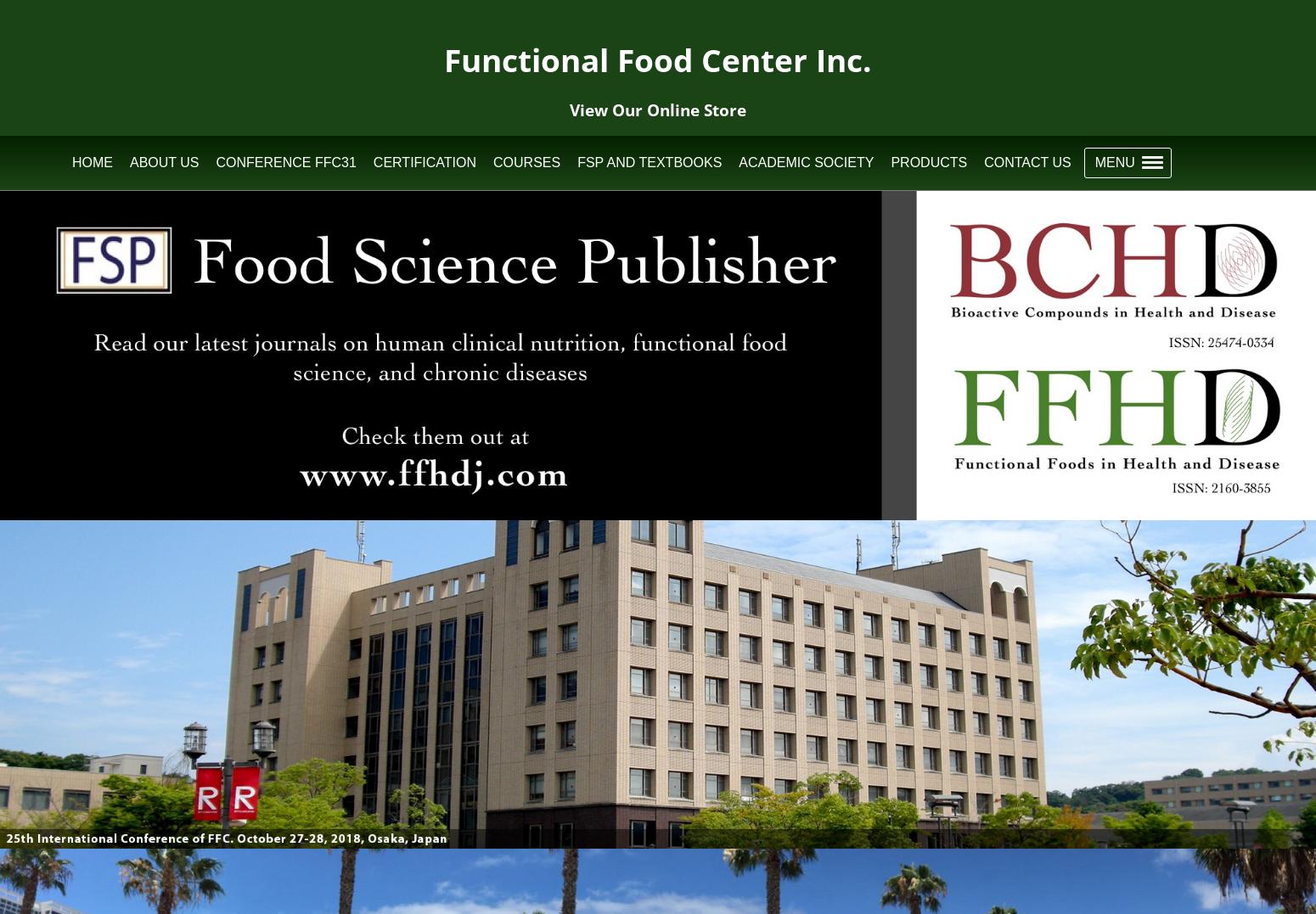 This screenshot has height=914, width=1316. I want to click on 'Products', so click(927, 161).